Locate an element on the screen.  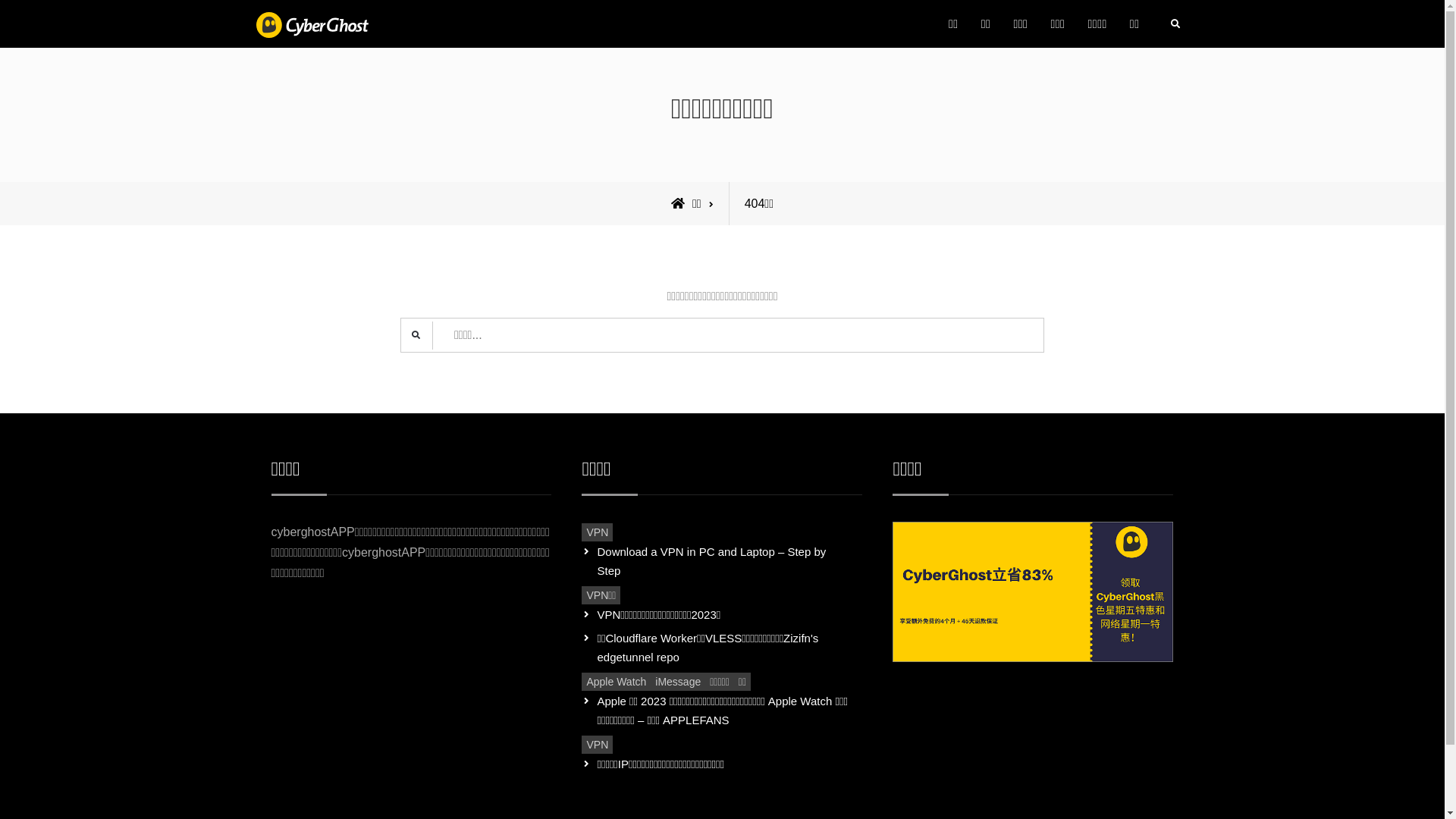
'VPN' is located at coordinates (596, 744).